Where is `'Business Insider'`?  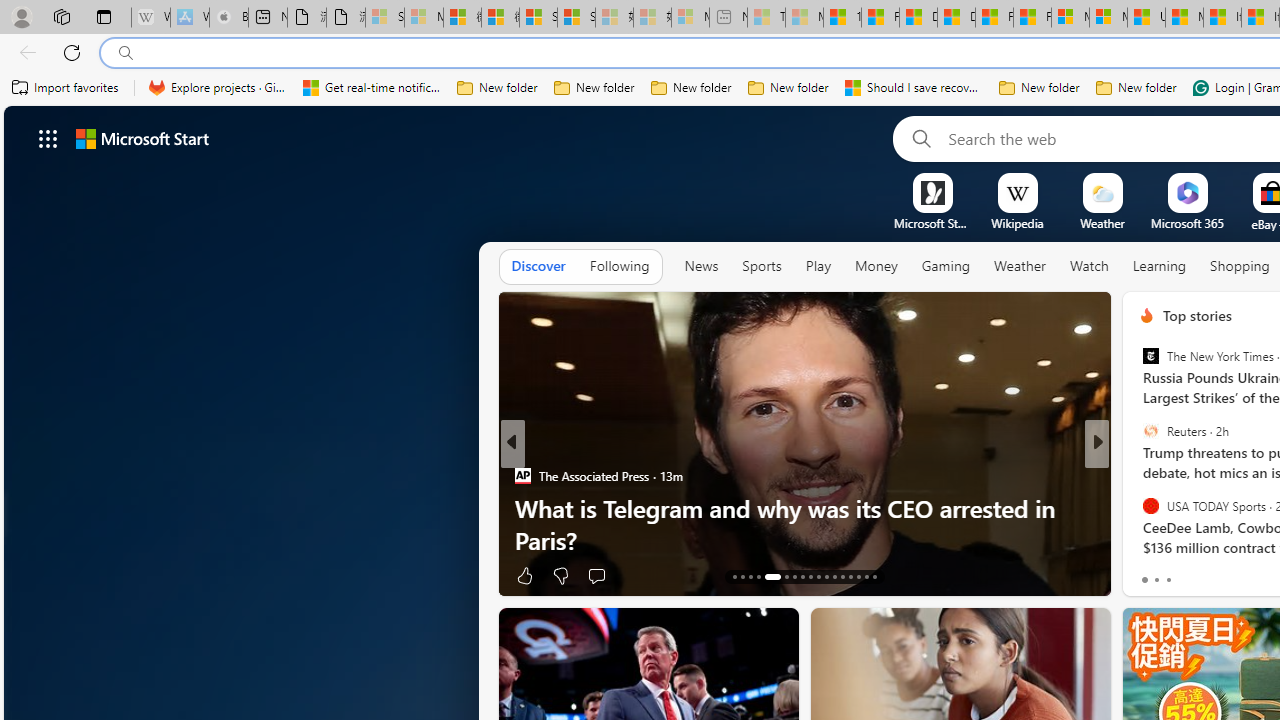 'Business Insider' is located at coordinates (1138, 475).